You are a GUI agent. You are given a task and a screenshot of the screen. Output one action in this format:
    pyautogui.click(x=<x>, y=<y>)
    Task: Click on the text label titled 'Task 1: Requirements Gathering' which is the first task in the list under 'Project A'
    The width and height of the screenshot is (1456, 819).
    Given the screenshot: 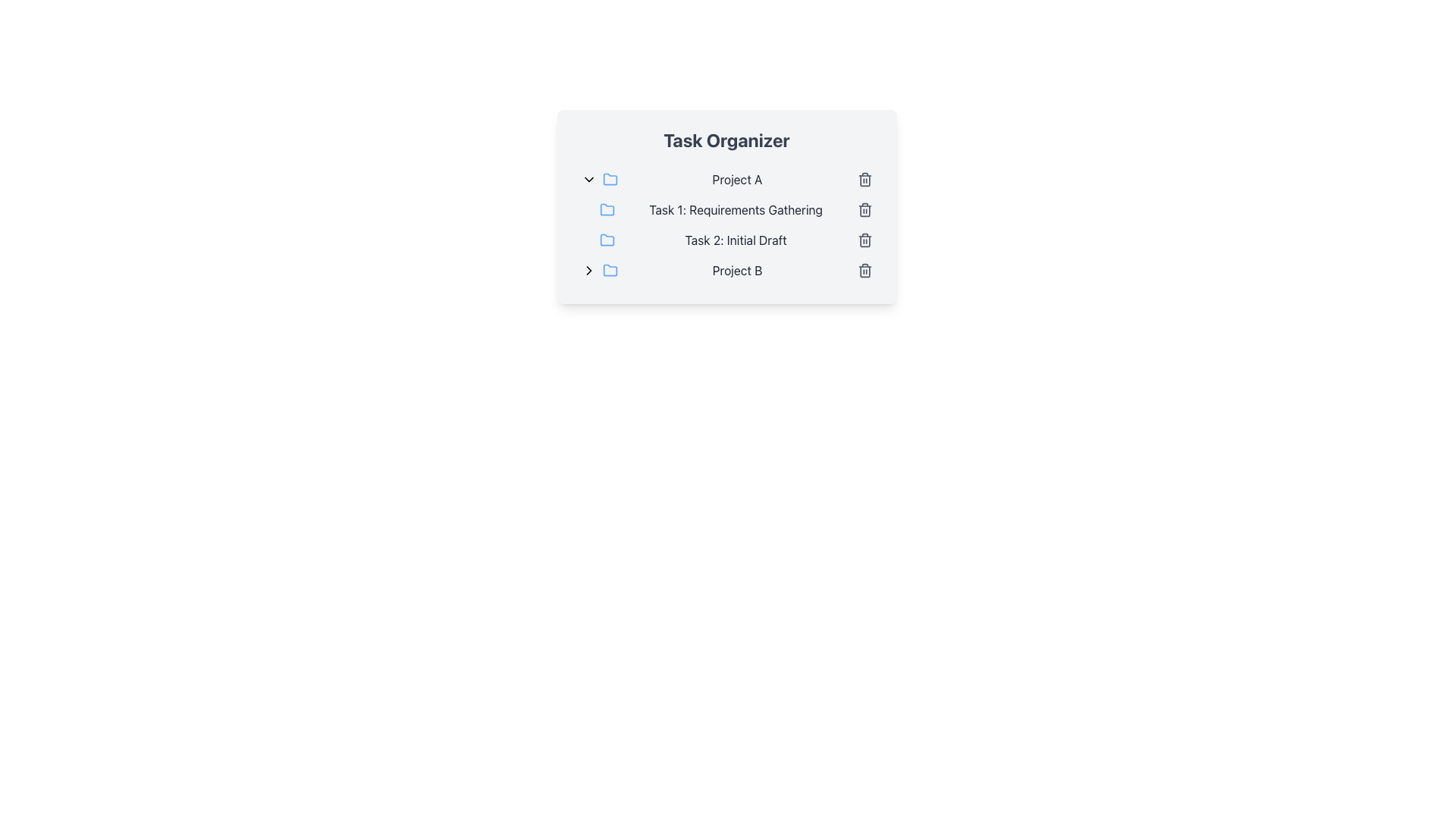 What is the action you would take?
    pyautogui.click(x=736, y=210)
    